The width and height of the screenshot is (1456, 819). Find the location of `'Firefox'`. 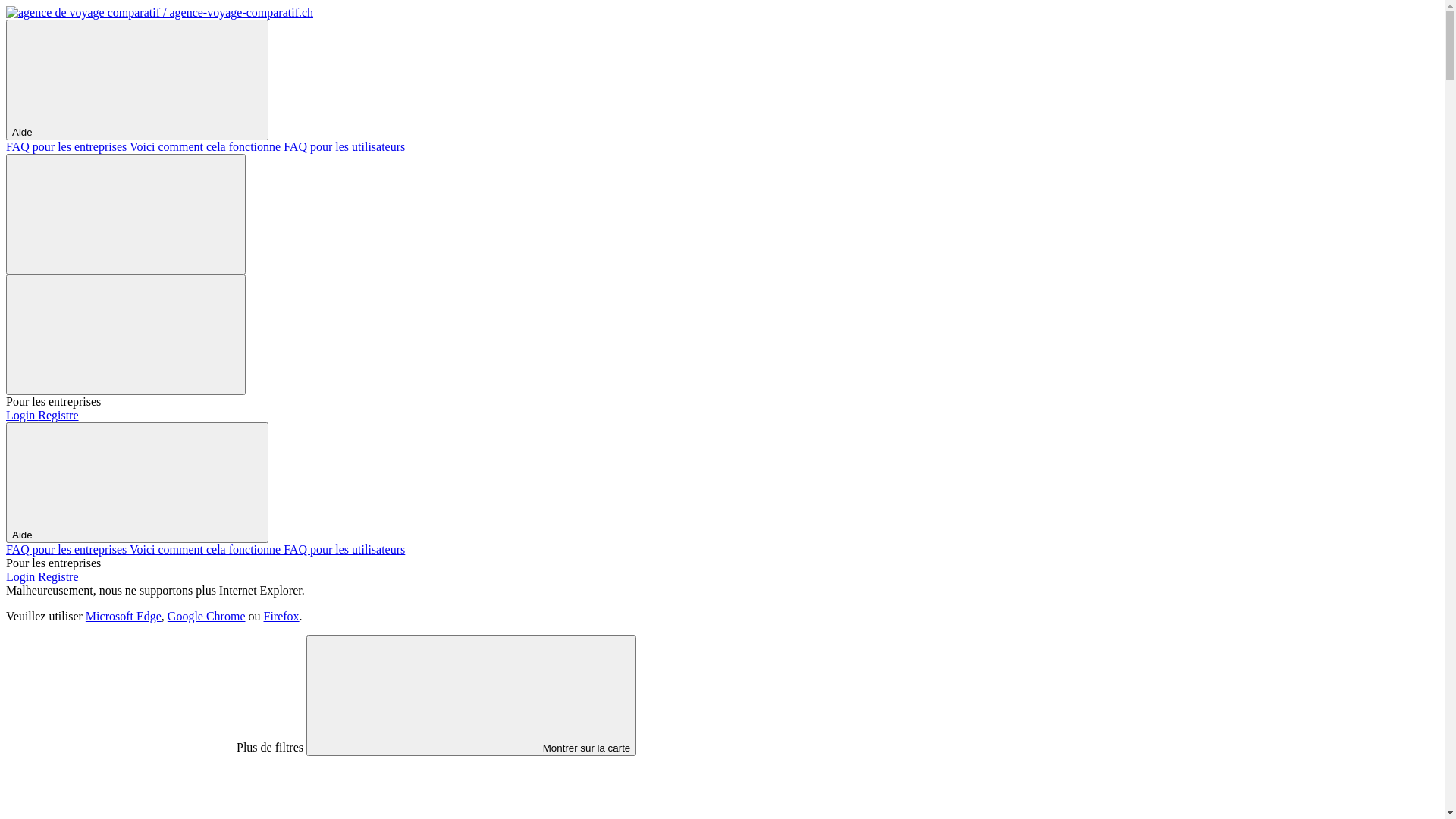

'Firefox' is located at coordinates (281, 616).